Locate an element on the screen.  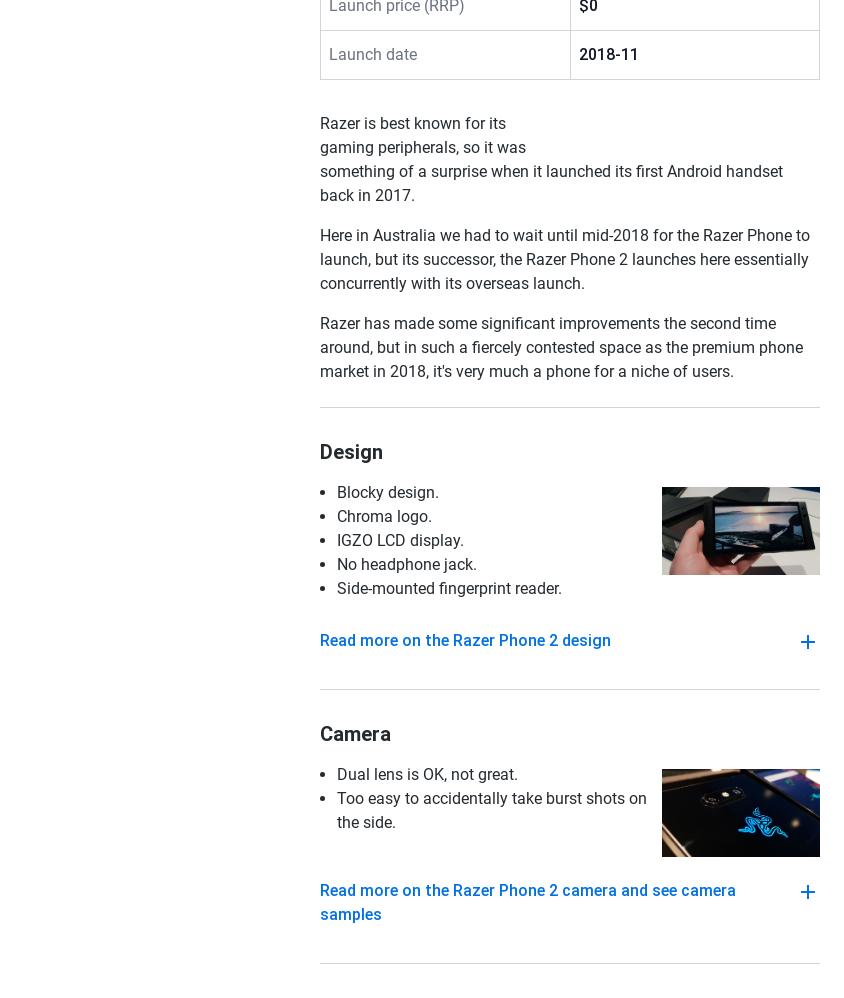
'Smartphones' is located at coordinates (55, 52).